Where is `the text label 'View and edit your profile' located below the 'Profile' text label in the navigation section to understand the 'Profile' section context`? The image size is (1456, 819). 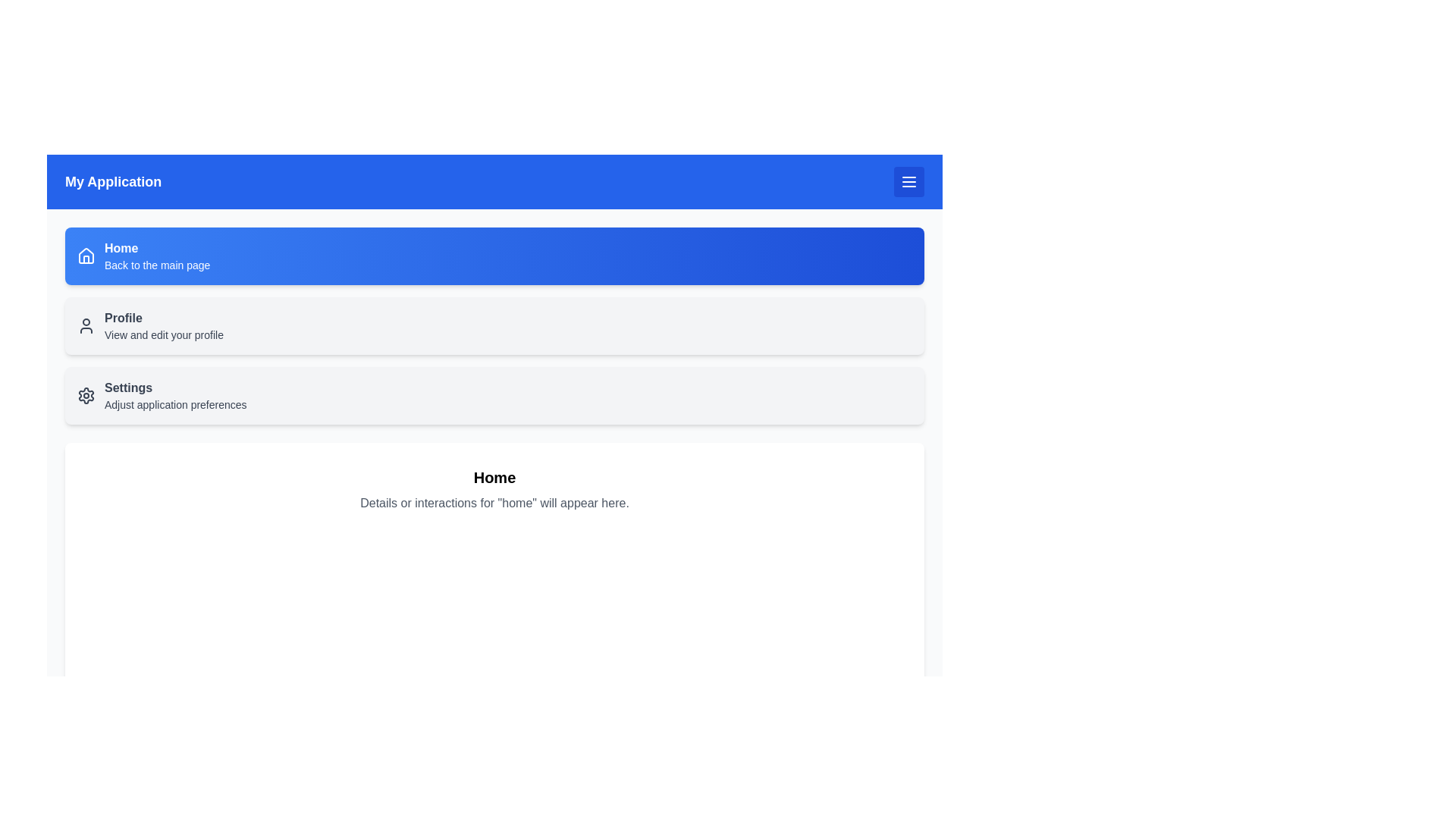 the text label 'View and edit your profile' located below the 'Profile' text label in the navigation section to understand the 'Profile' section context is located at coordinates (164, 334).